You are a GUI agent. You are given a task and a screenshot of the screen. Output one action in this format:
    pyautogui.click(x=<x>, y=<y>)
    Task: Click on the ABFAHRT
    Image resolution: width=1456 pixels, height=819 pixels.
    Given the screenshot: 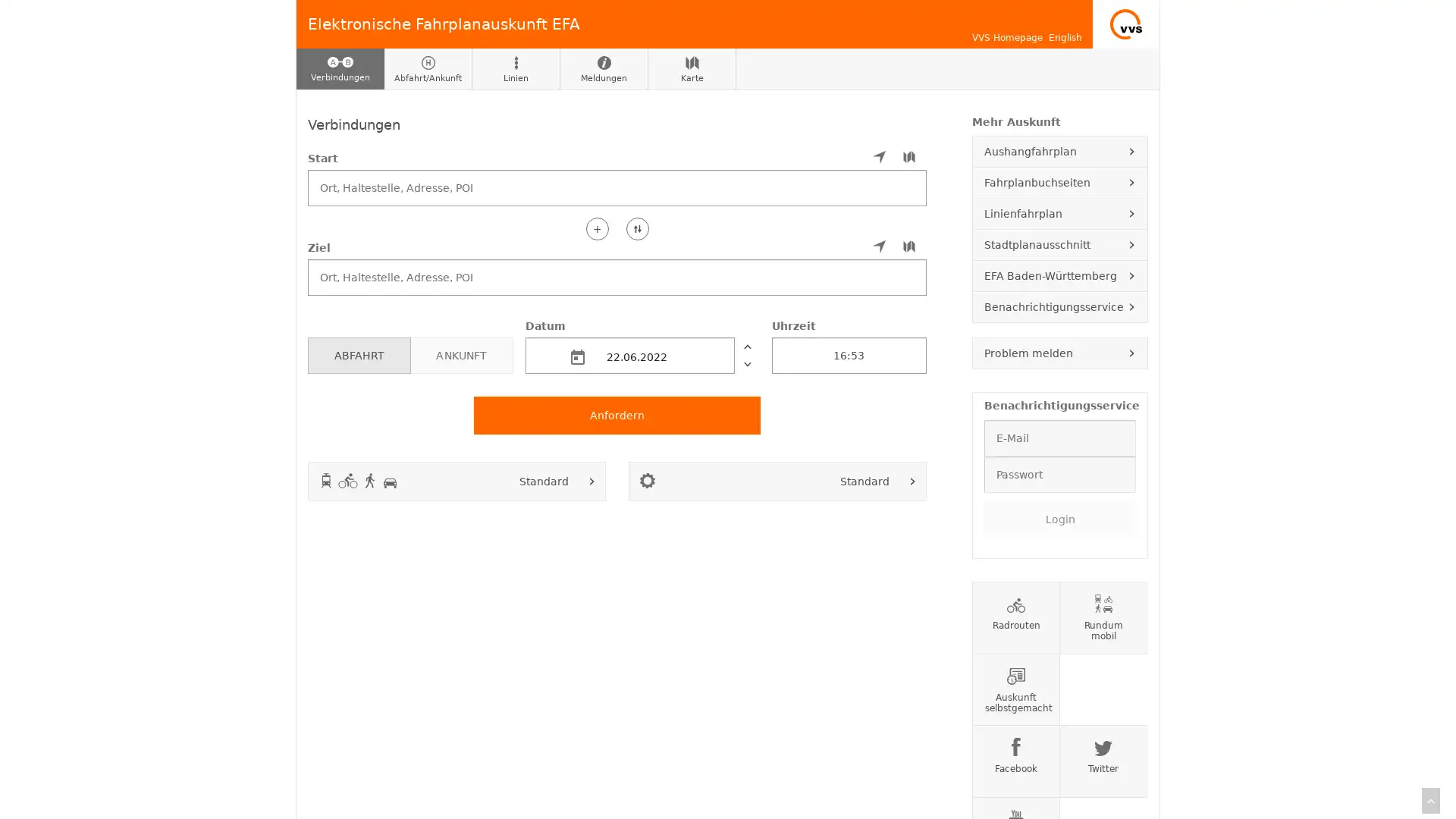 What is the action you would take?
    pyautogui.click(x=358, y=354)
    